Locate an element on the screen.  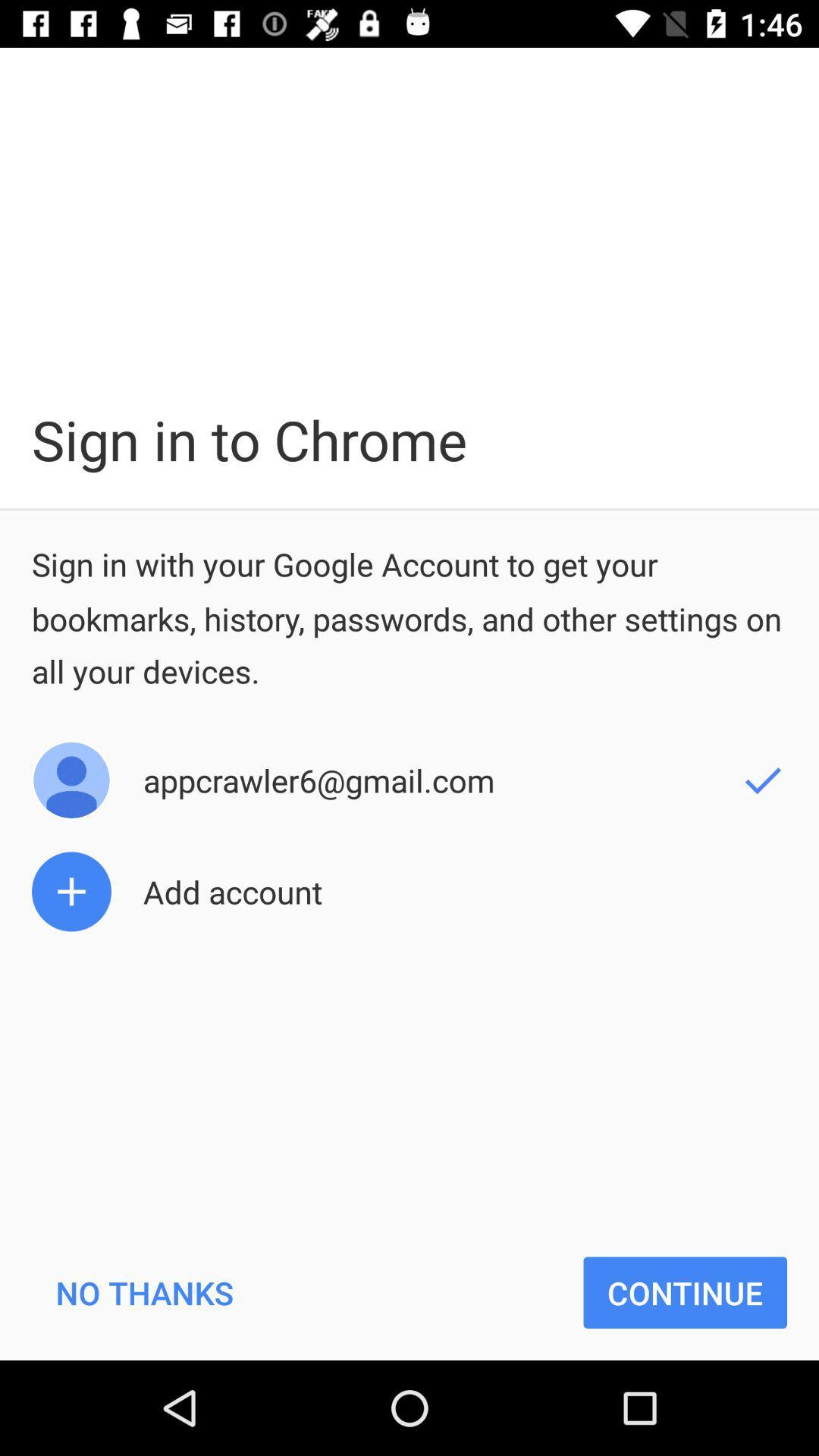
item at the bottom right corner is located at coordinates (685, 1291).